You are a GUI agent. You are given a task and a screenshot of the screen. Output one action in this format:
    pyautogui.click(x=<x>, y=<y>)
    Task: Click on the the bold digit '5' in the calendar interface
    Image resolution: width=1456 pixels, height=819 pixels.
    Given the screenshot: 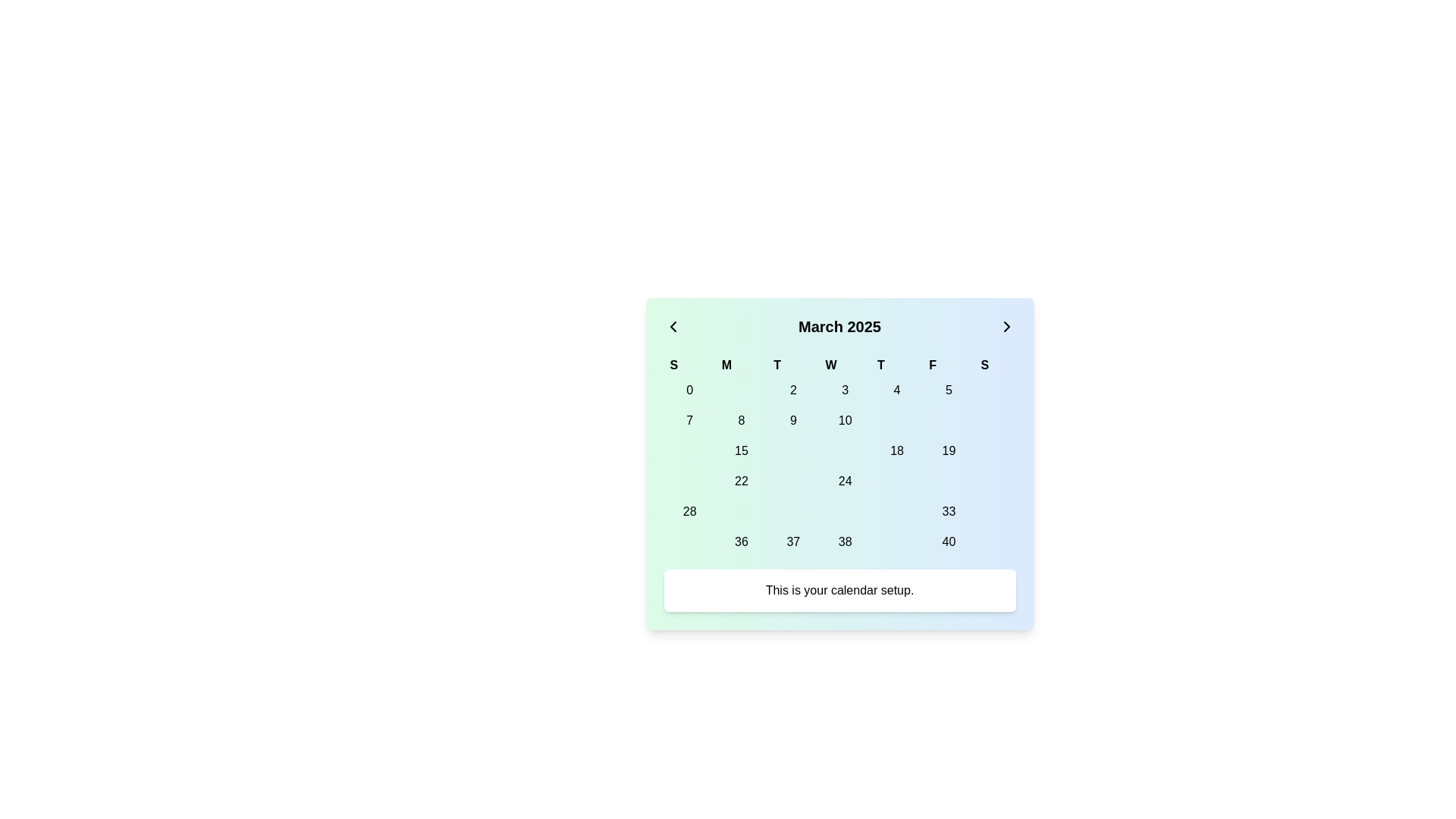 What is the action you would take?
    pyautogui.click(x=948, y=390)
    